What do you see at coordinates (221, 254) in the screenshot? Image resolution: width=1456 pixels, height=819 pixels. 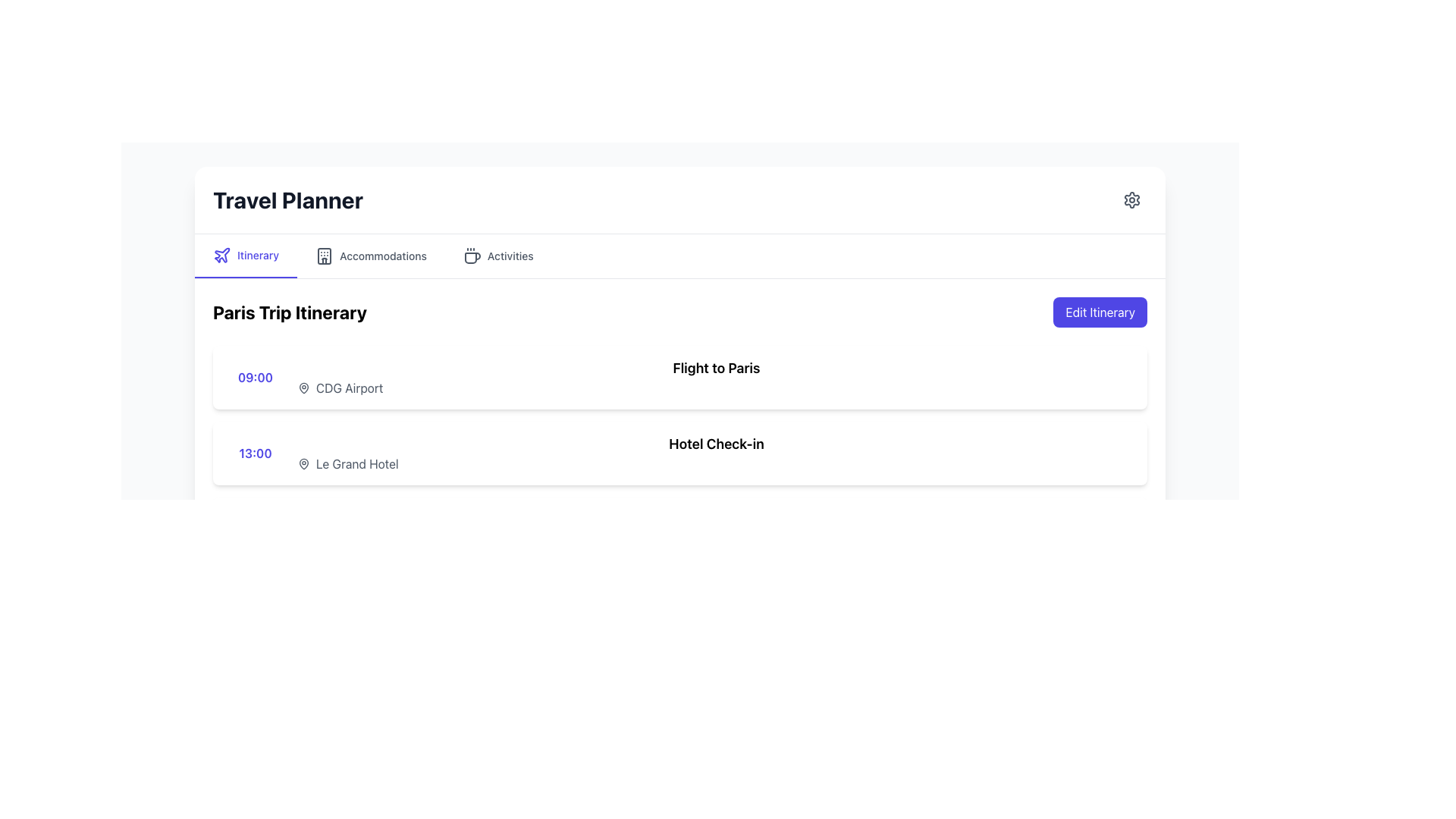 I see `the airplane icon located in the tab navigation bar preceding the 'Itinerary' label` at bounding box center [221, 254].